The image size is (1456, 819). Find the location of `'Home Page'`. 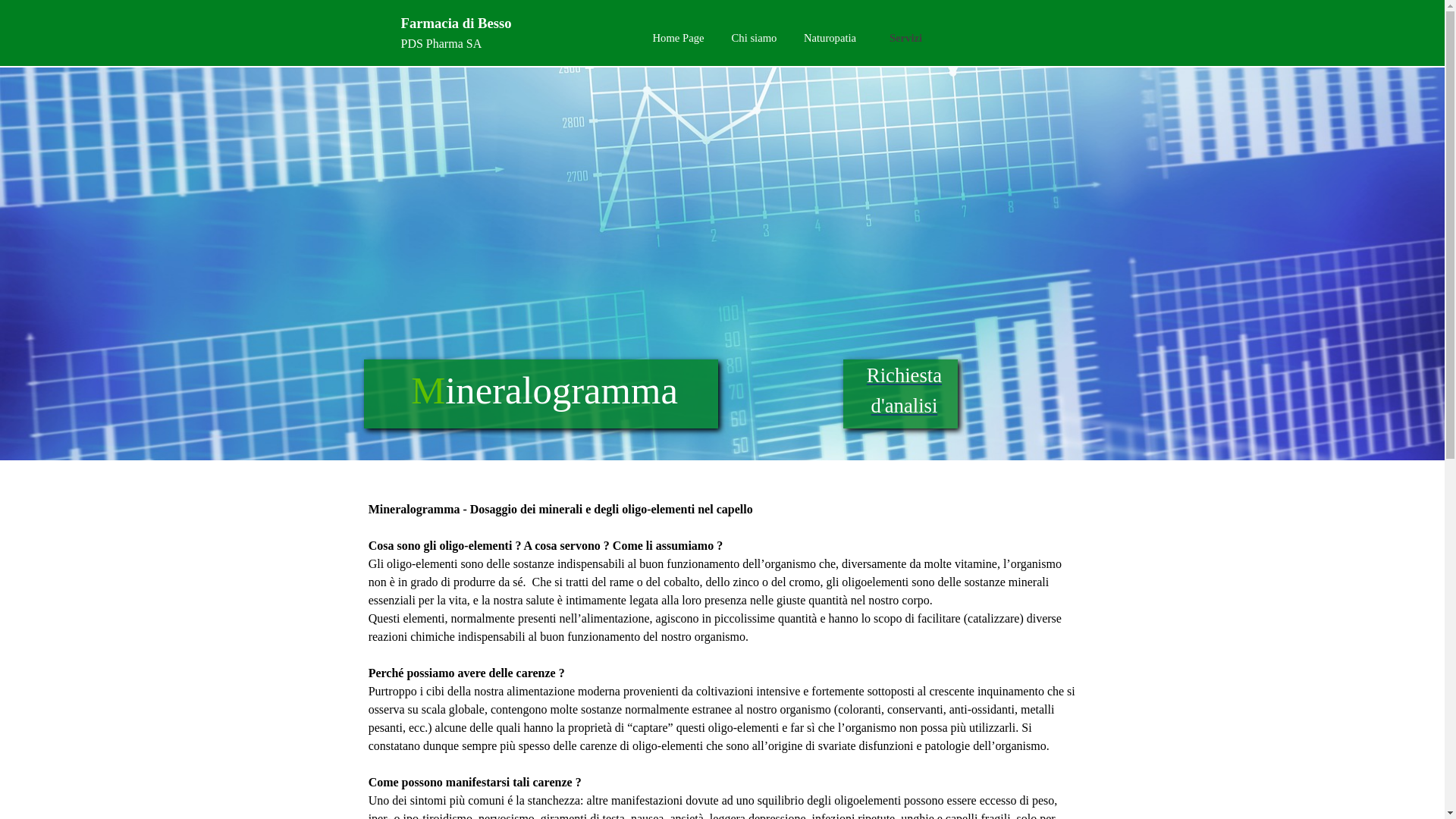

'Home Page' is located at coordinates (640, 37).